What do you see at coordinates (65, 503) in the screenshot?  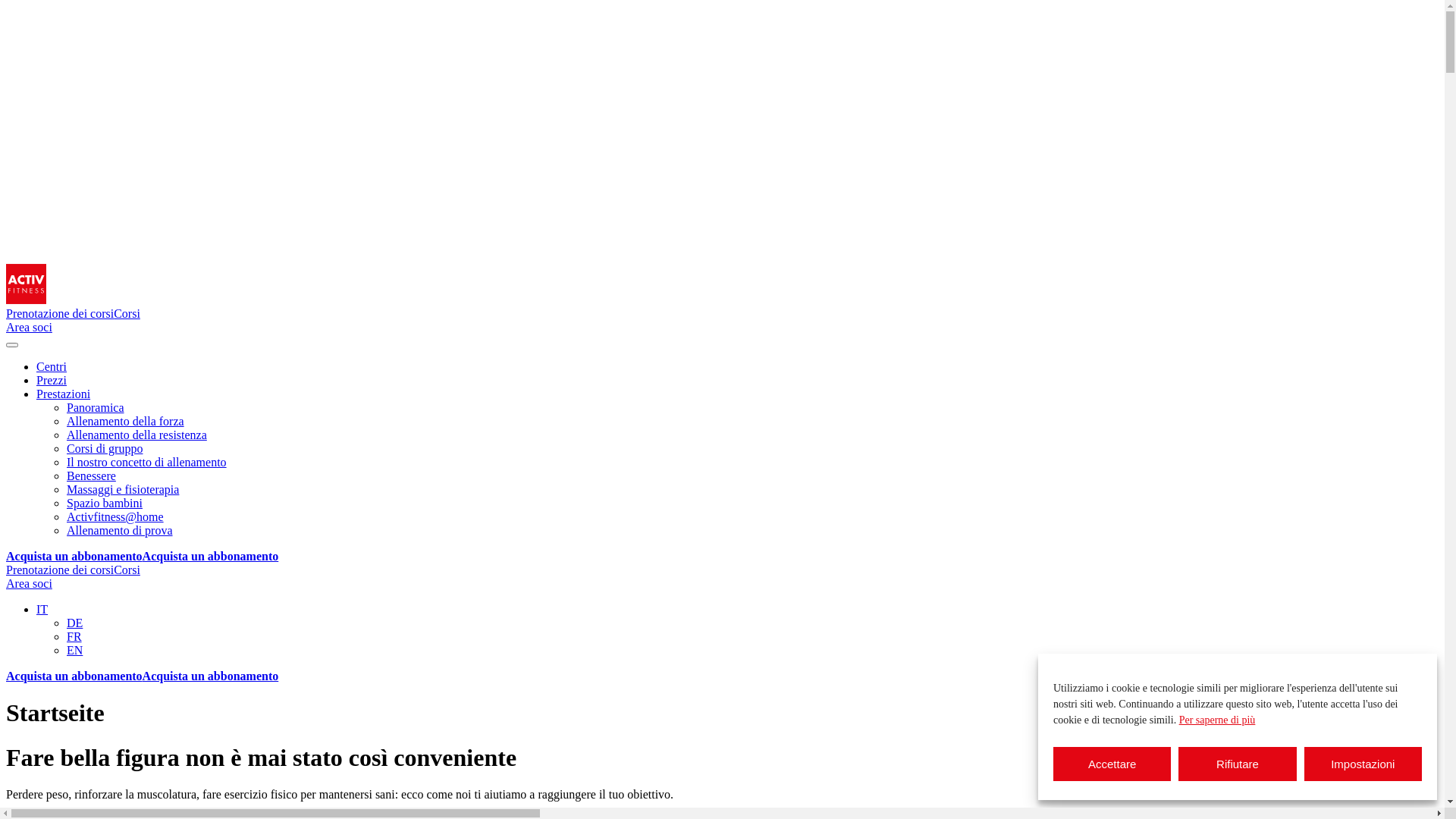 I see `'Spazio bambini'` at bounding box center [65, 503].